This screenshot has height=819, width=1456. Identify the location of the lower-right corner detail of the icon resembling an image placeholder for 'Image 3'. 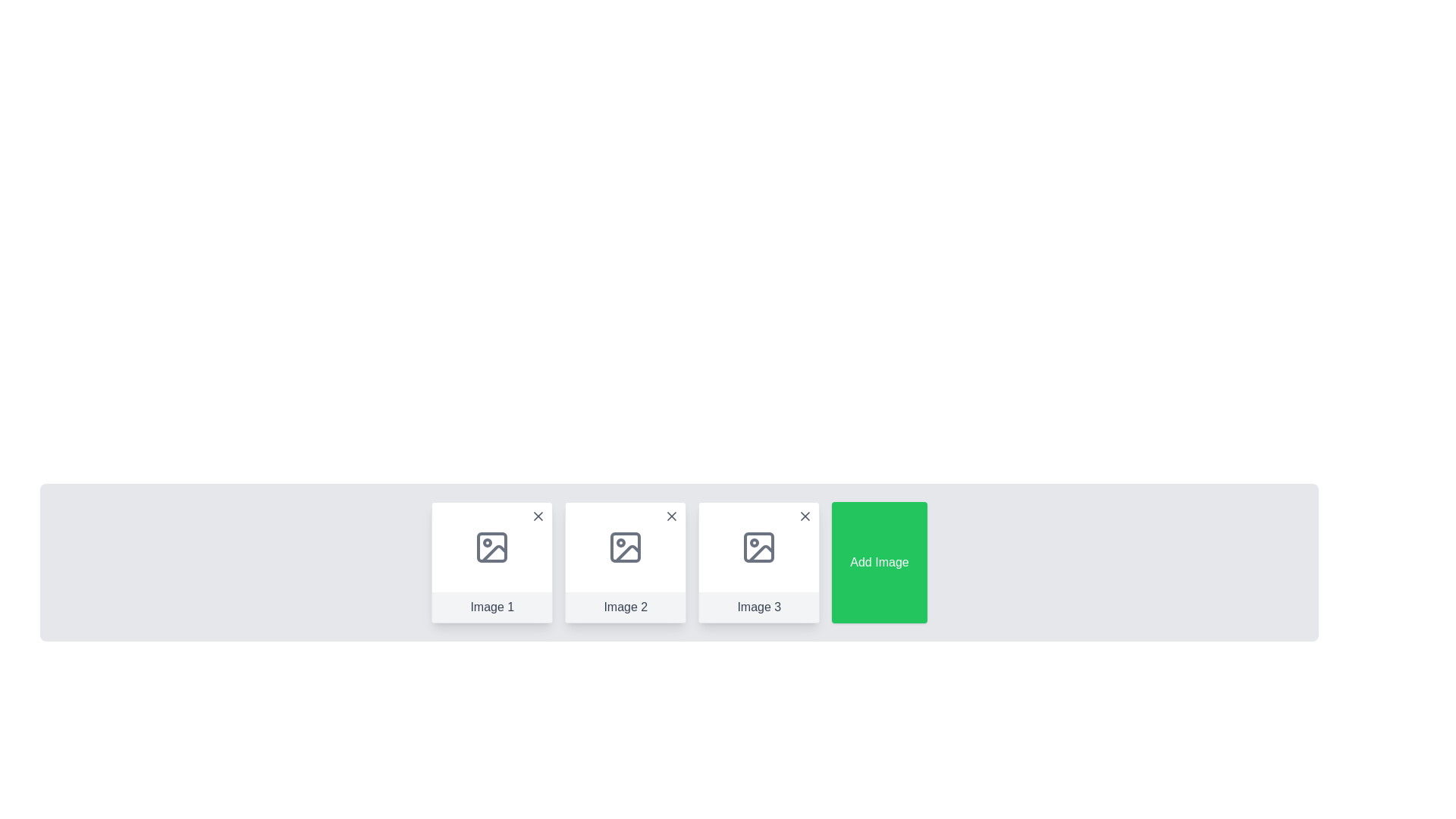
(761, 554).